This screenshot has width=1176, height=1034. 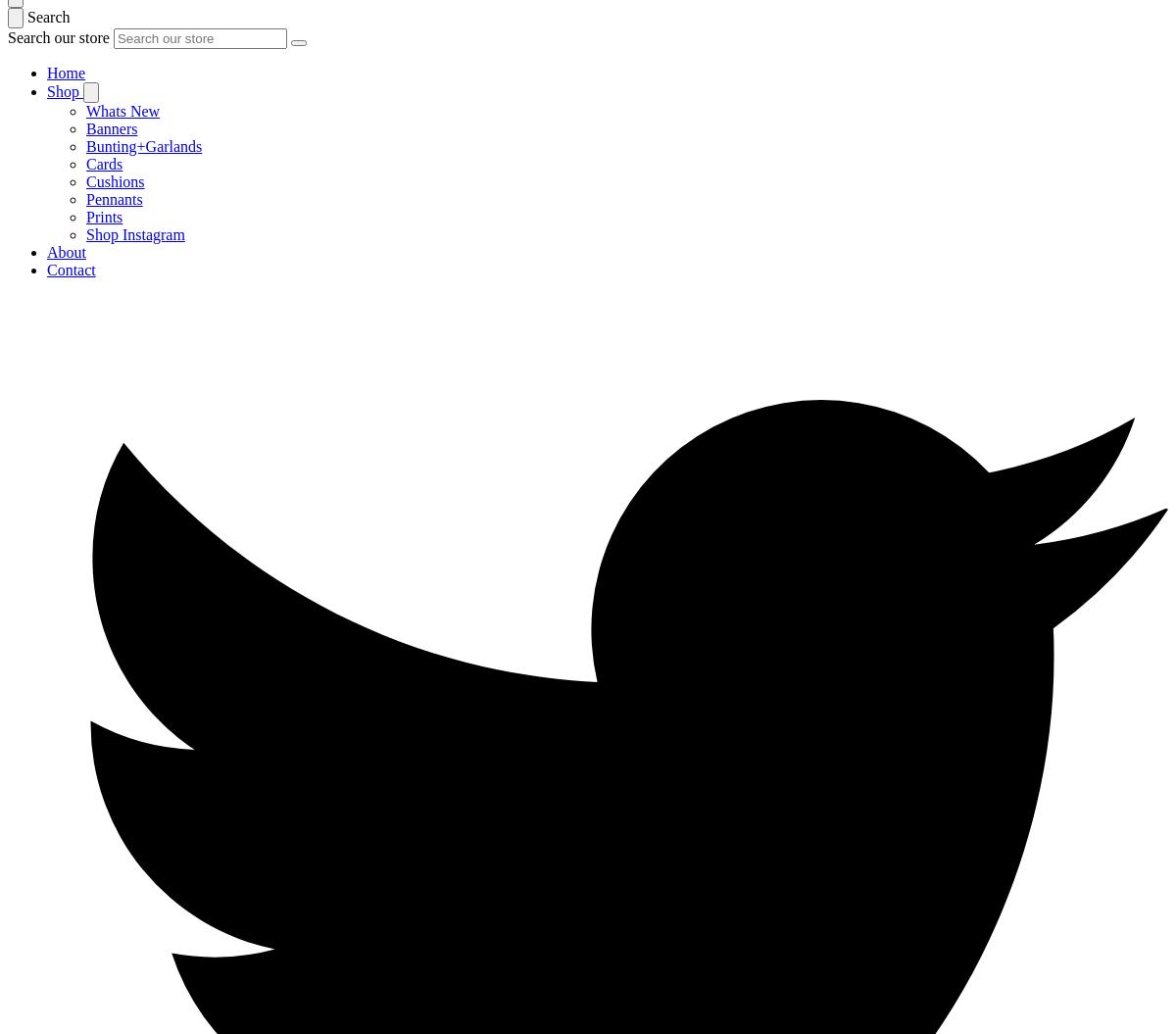 What do you see at coordinates (85, 180) in the screenshot?
I see `'Cushions'` at bounding box center [85, 180].